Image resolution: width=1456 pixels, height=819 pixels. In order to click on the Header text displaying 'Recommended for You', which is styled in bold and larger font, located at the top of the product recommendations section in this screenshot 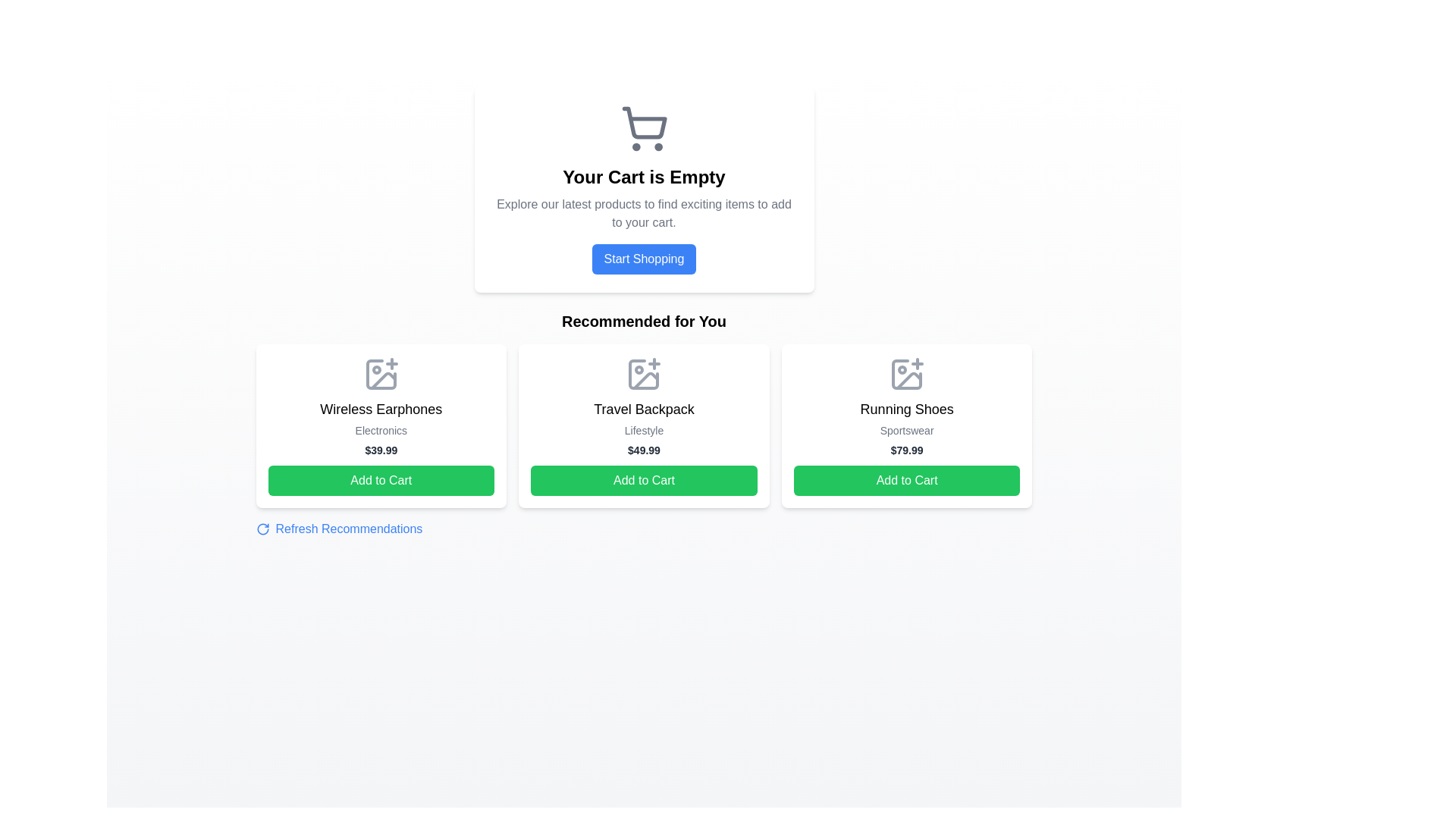, I will do `click(644, 321)`.